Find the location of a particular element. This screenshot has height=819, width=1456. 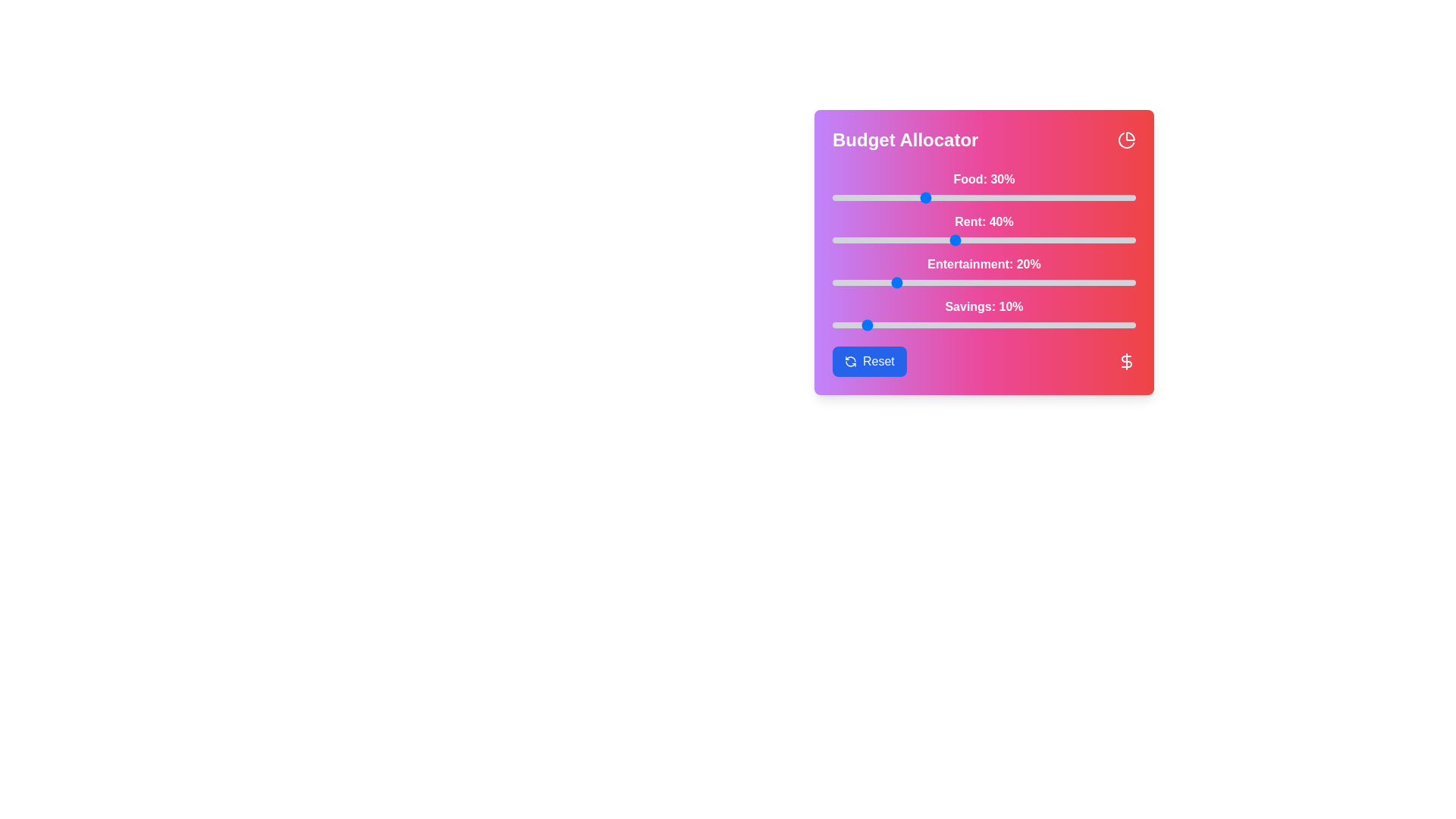

the savings percentage is located at coordinates (1068, 324).